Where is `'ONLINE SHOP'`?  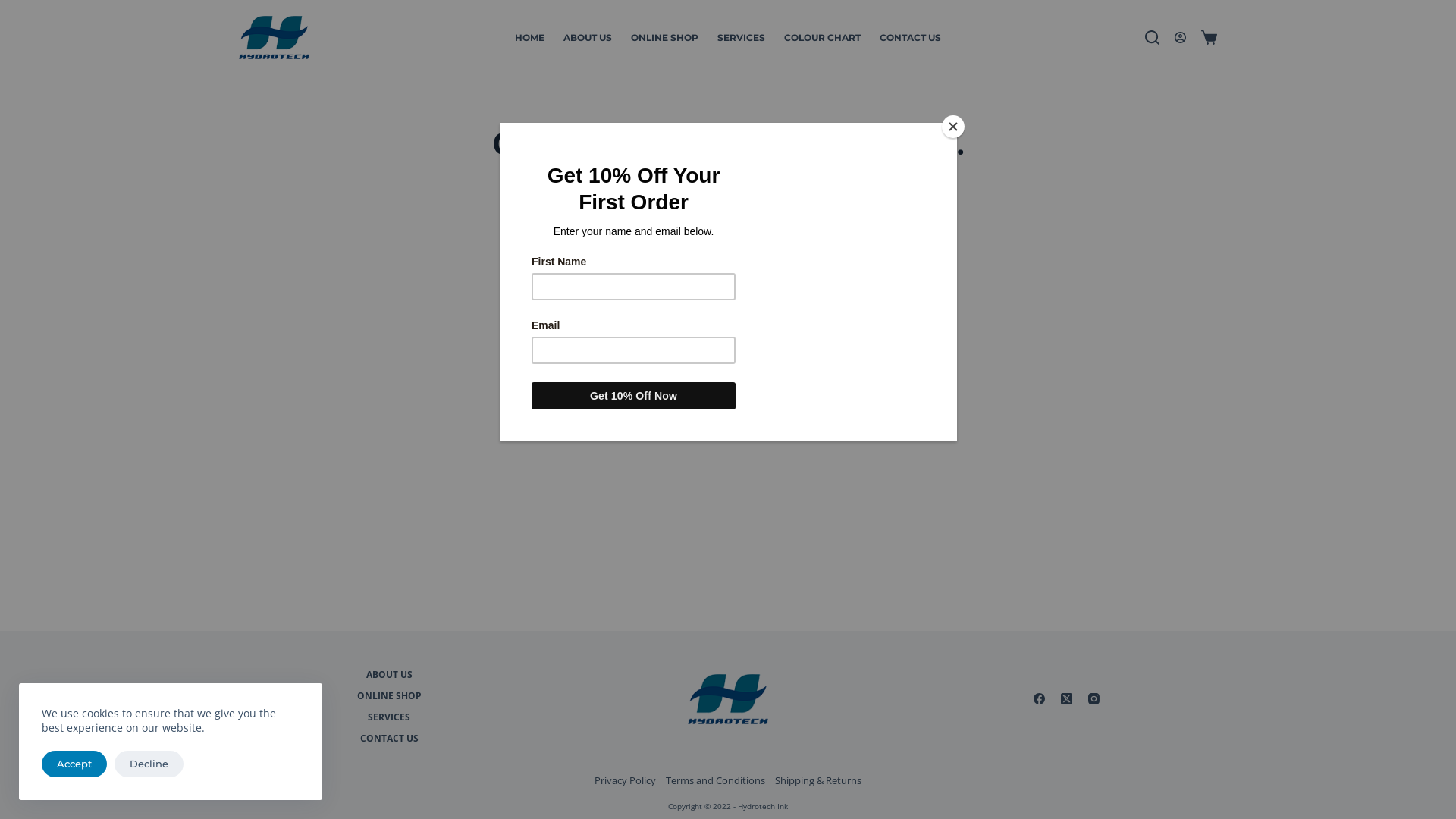
'ONLINE SHOP' is located at coordinates (622, 36).